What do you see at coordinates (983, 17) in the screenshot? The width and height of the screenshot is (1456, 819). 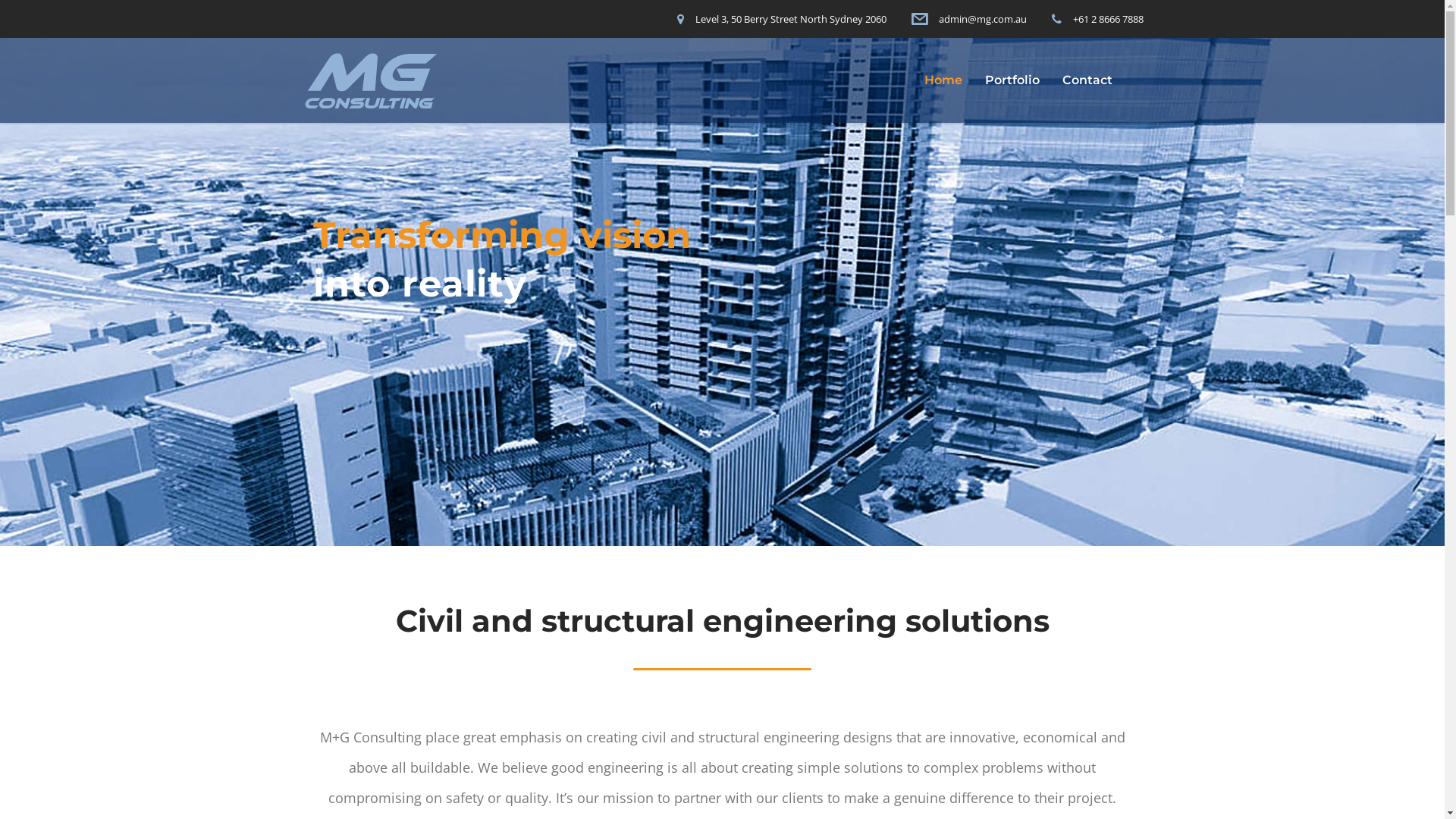 I see `'admin@mg.com.au'` at bounding box center [983, 17].